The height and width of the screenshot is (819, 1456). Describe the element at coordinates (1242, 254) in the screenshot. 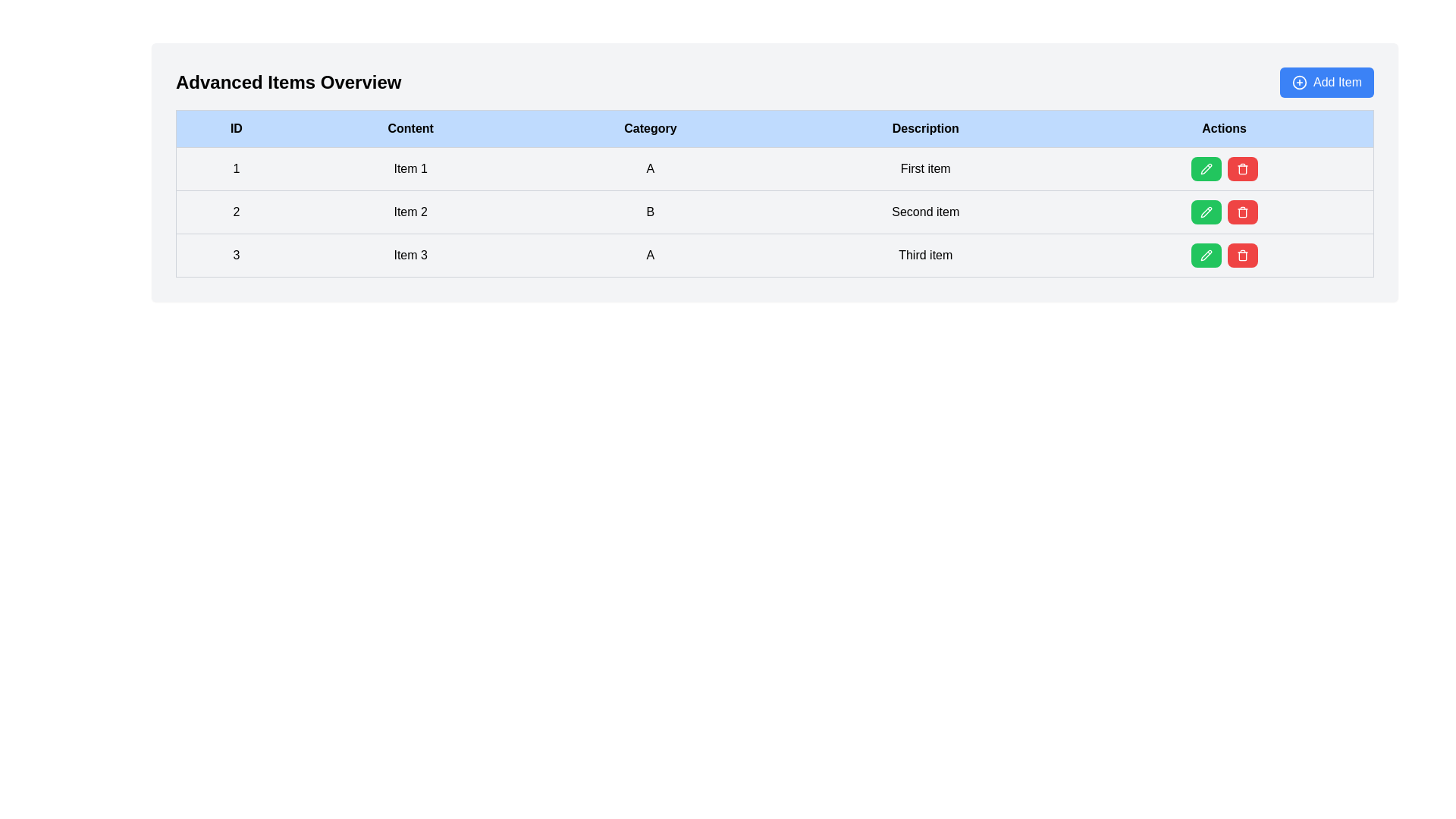

I see `the minimalistic trash icon located in the last cell of the 'Actions' column for the third item in the table to invoke a delete action` at that location.